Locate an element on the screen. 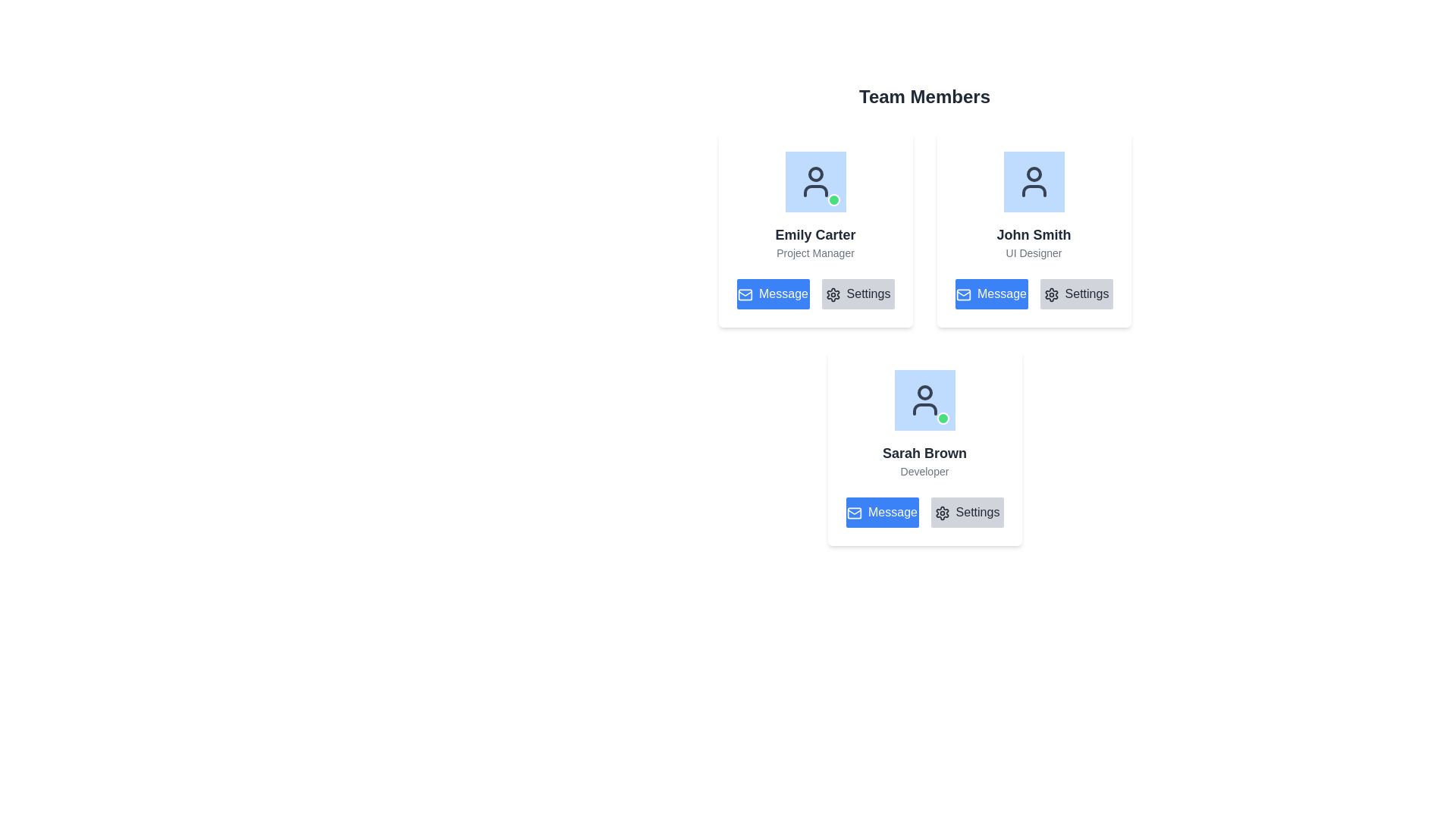 This screenshot has width=1456, height=819. the small circular shape representing an image or icon component located at the top-center of the user card titled 'John Smith, UI Designer' is located at coordinates (1033, 174).